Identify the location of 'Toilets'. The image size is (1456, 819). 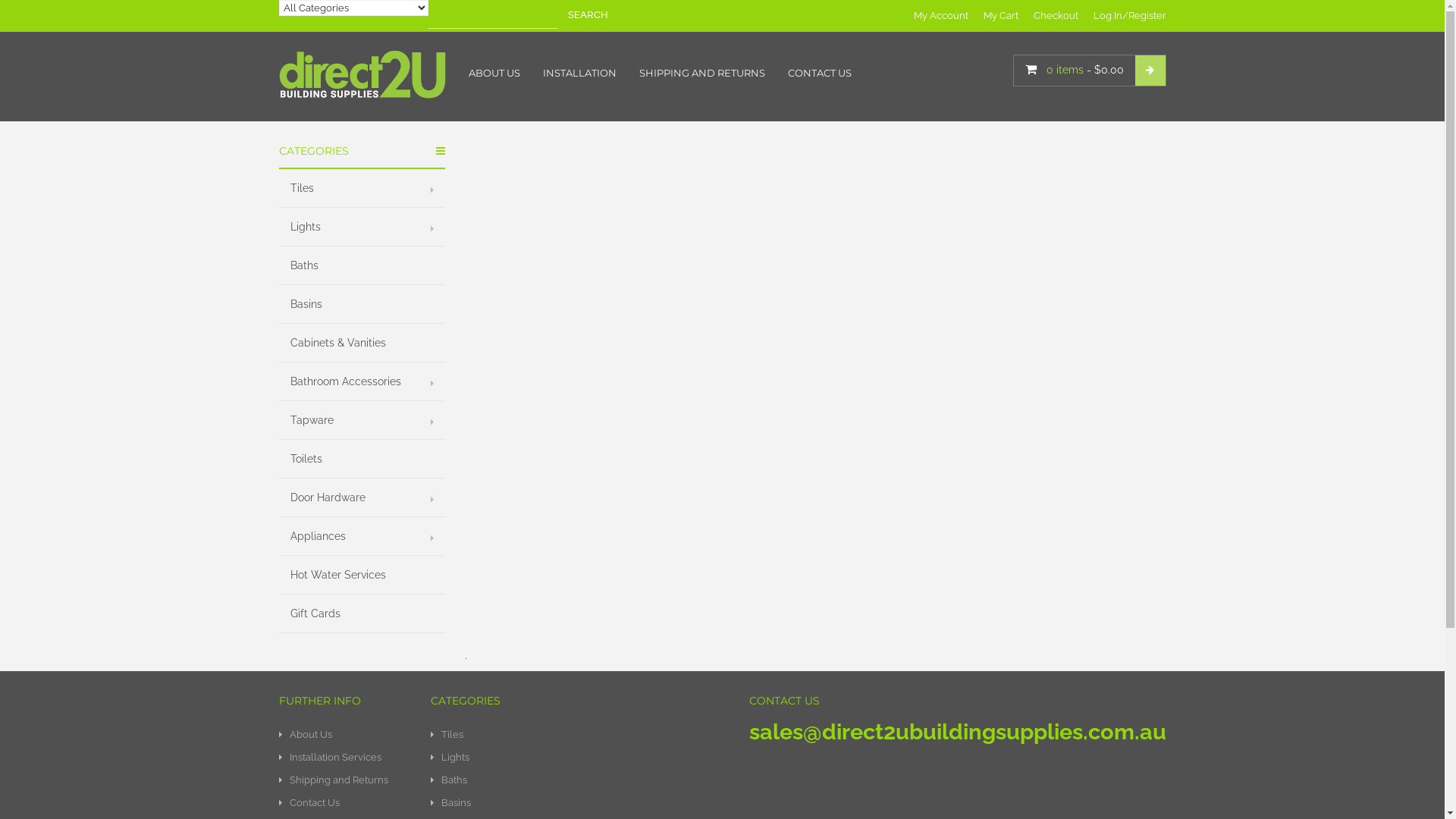
(362, 458).